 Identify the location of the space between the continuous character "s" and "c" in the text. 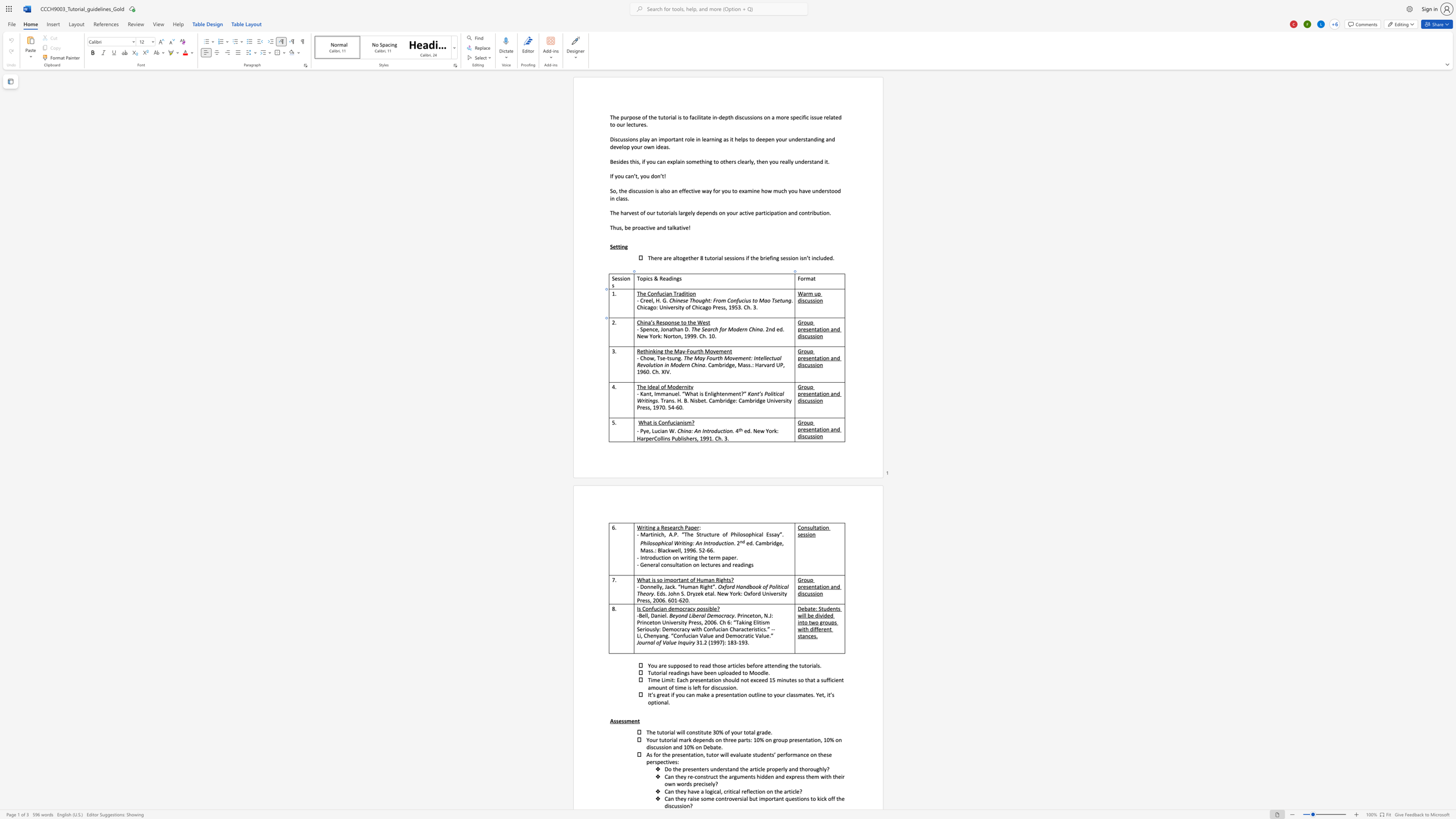
(804, 300).